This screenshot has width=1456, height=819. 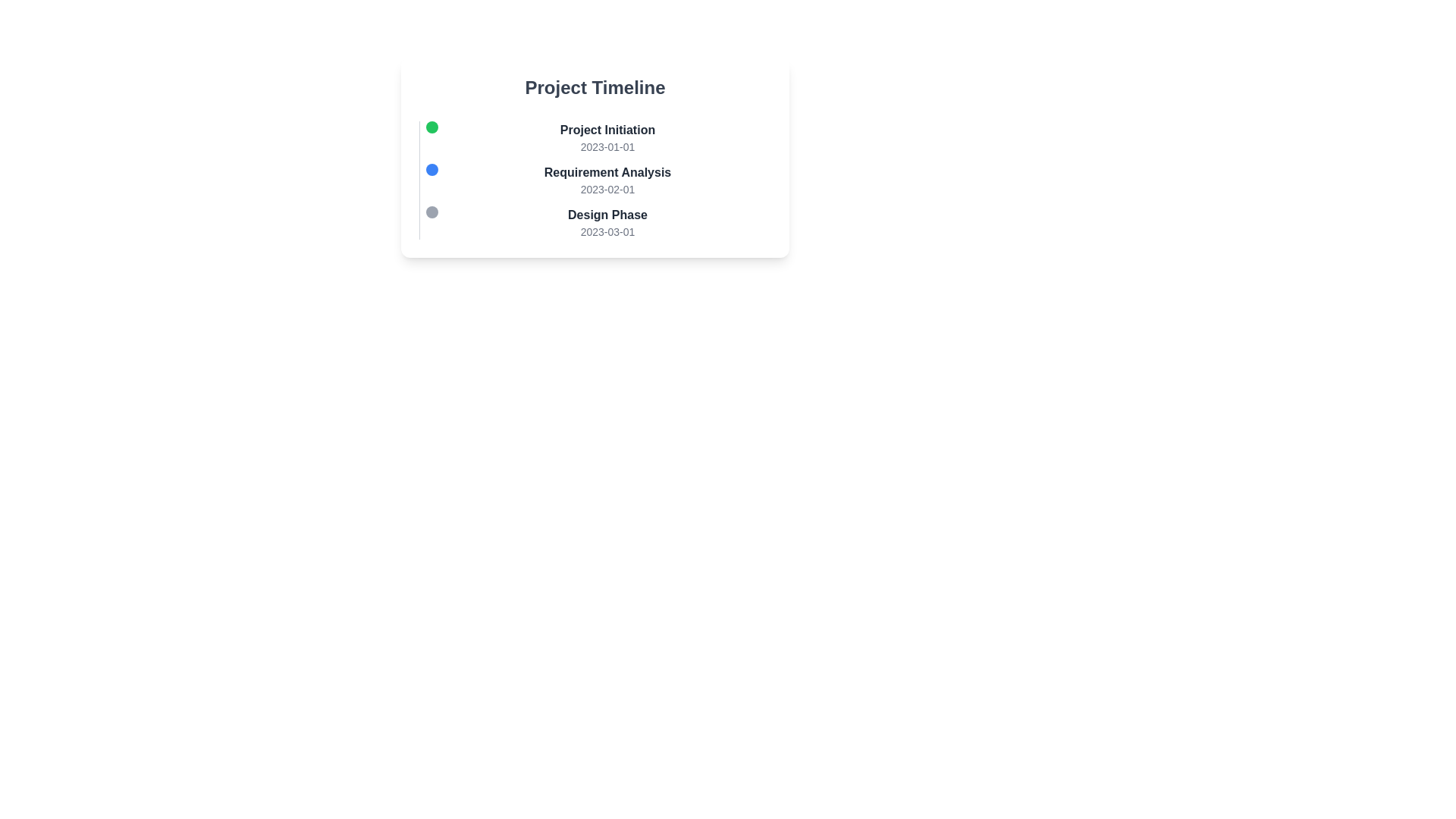 What do you see at coordinates (595, 87) in the screenshot?
I see `the 'Project Timeline' heading text label, which serves as the title for the section indicating the purpose of the displayed content below` at bounding box center [595, 87].